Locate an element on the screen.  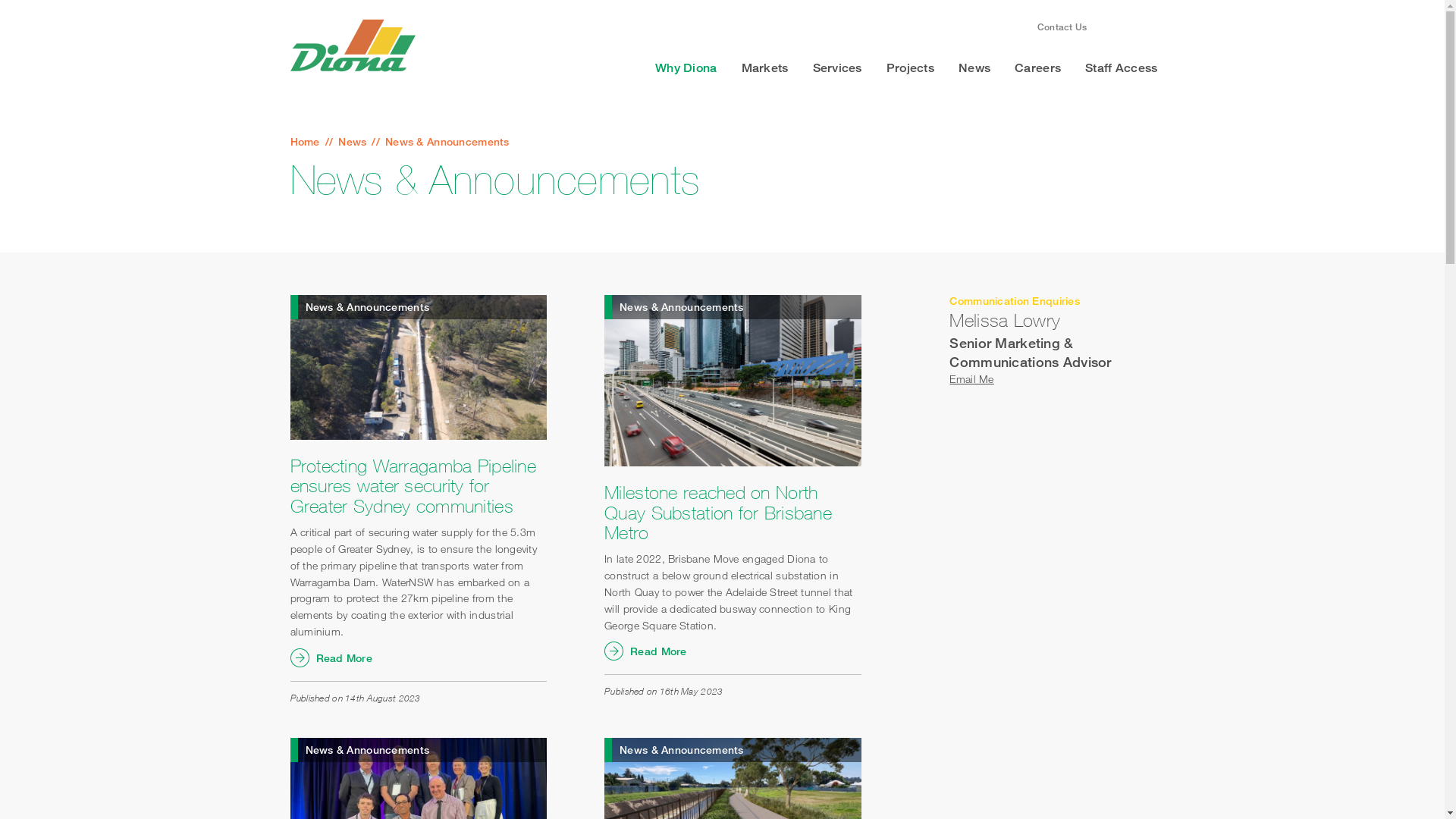
'Home' is located at coordinates (290, 141).